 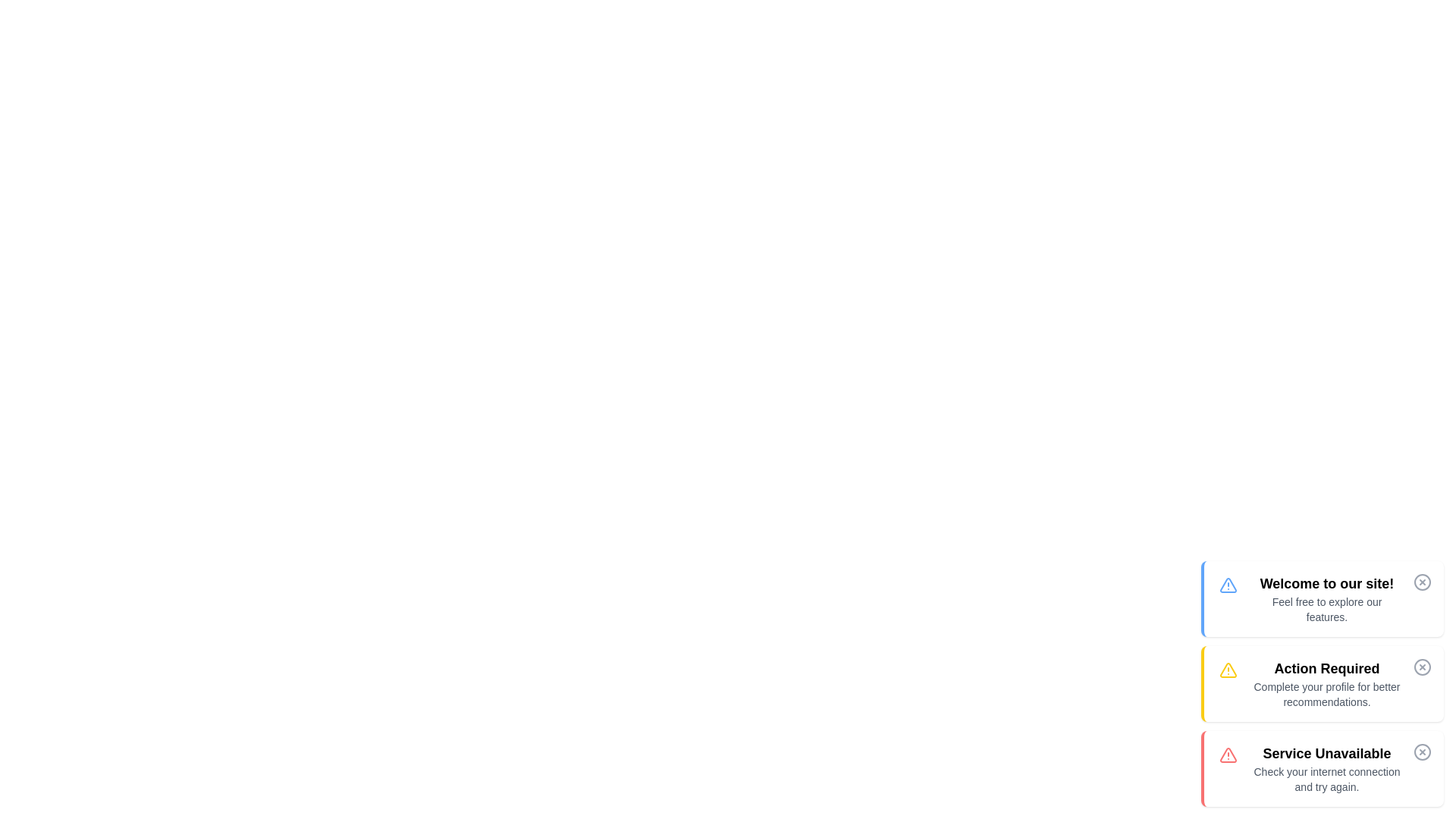 I want to click on the Text Display element that provides additional descriptive information following the main title 'Welcome to our site!' located in the notification card on the right-hand side panel, so click(x=1326, y=608).